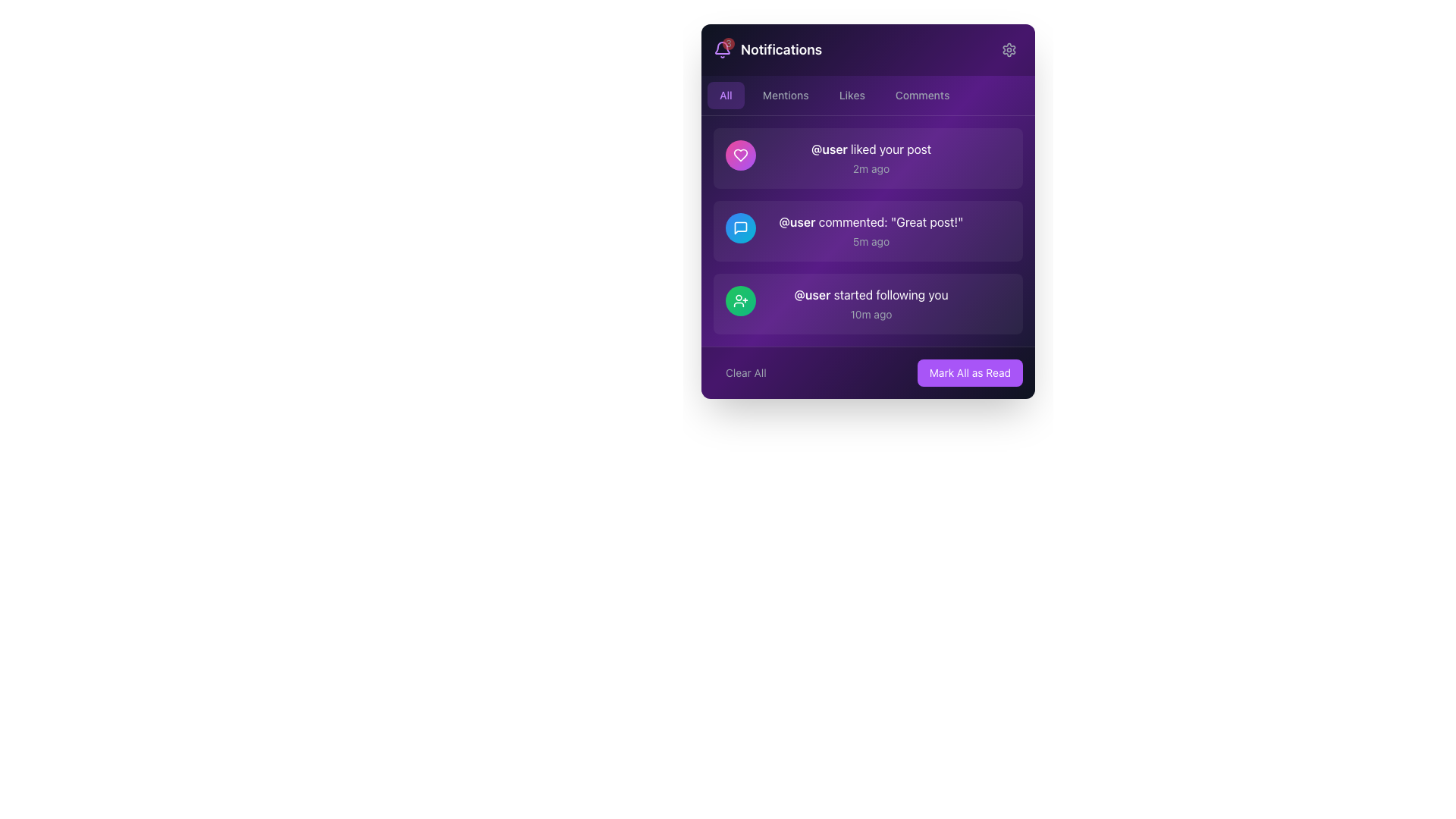  What do you see at coordinates (767, 49) in the screenshot?
I see `the Notifications icon with a red badge displaying the number 3, styled in white and purple tones, located in the top-left section of the notification popup panel for accessibility navigation` at bounding box center [767, 49].